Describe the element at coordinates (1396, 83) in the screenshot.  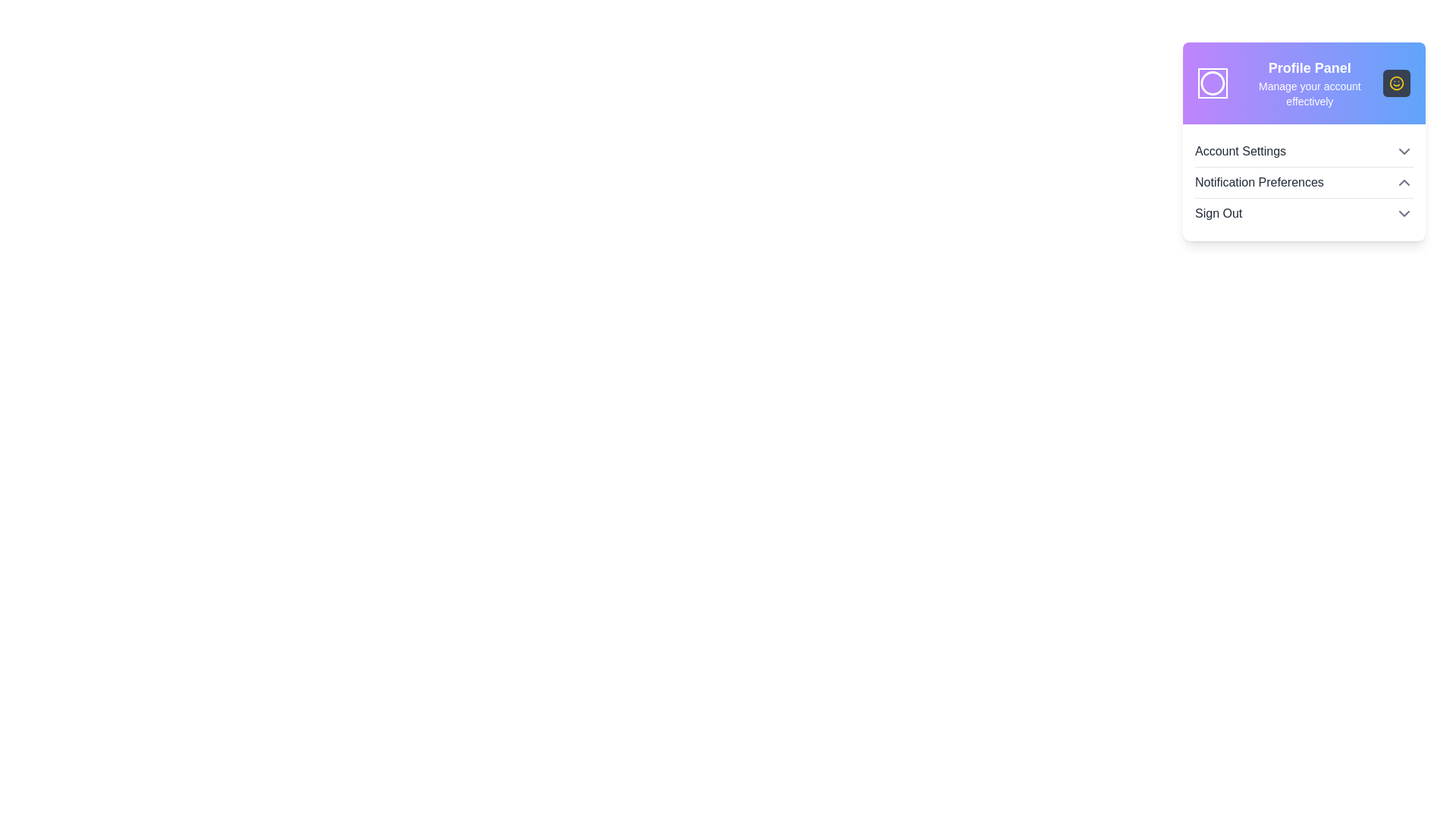
I see `the circular yellow smiling face button located on the right side of the 'Profile Panel Manage your account effectively' text within the purple header section of the profile panel to change its color` at that location.